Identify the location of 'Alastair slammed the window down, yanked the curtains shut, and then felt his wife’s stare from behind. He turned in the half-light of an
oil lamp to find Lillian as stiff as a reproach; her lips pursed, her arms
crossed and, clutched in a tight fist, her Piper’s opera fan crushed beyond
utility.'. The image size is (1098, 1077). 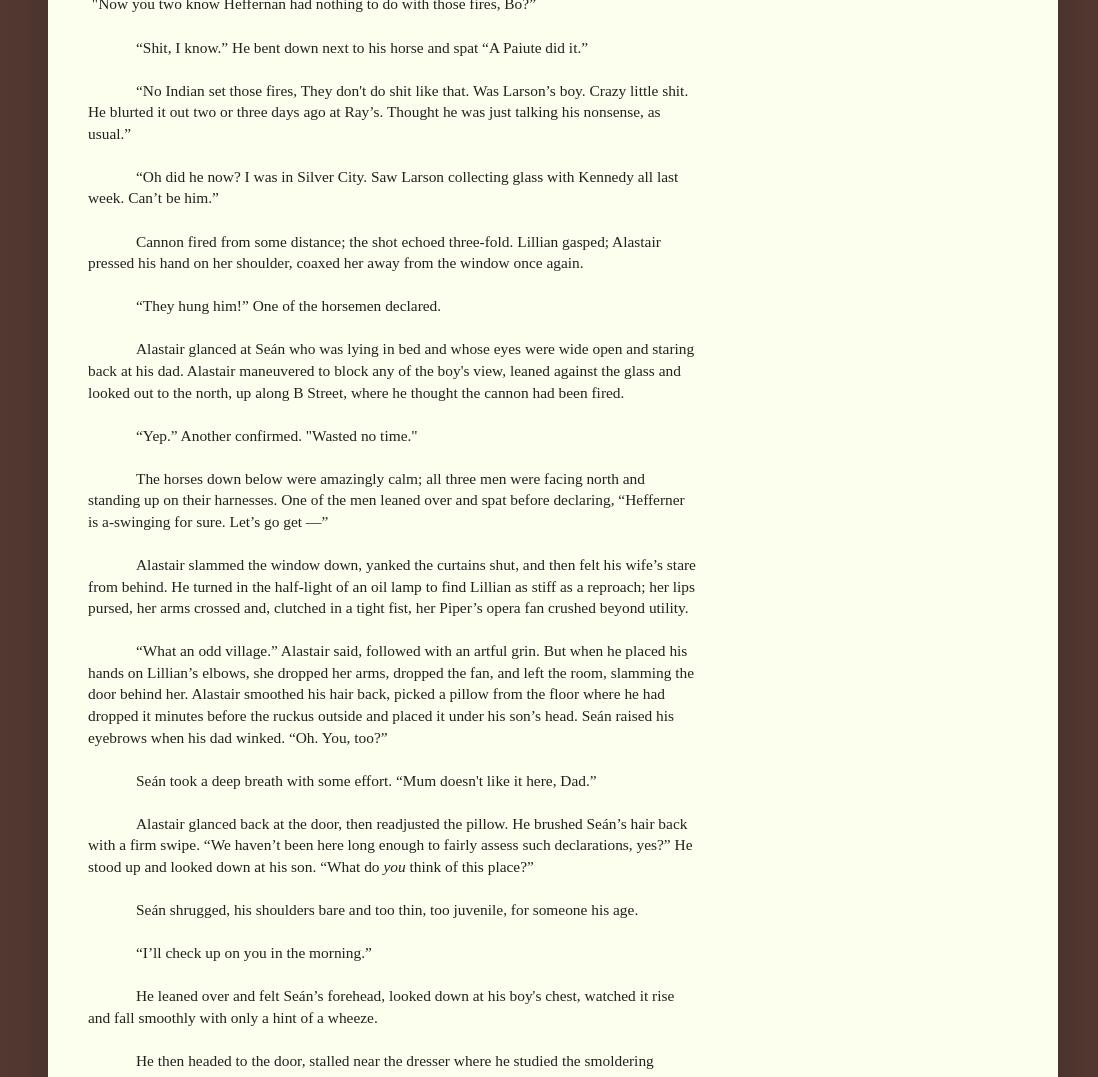
(390, 584).